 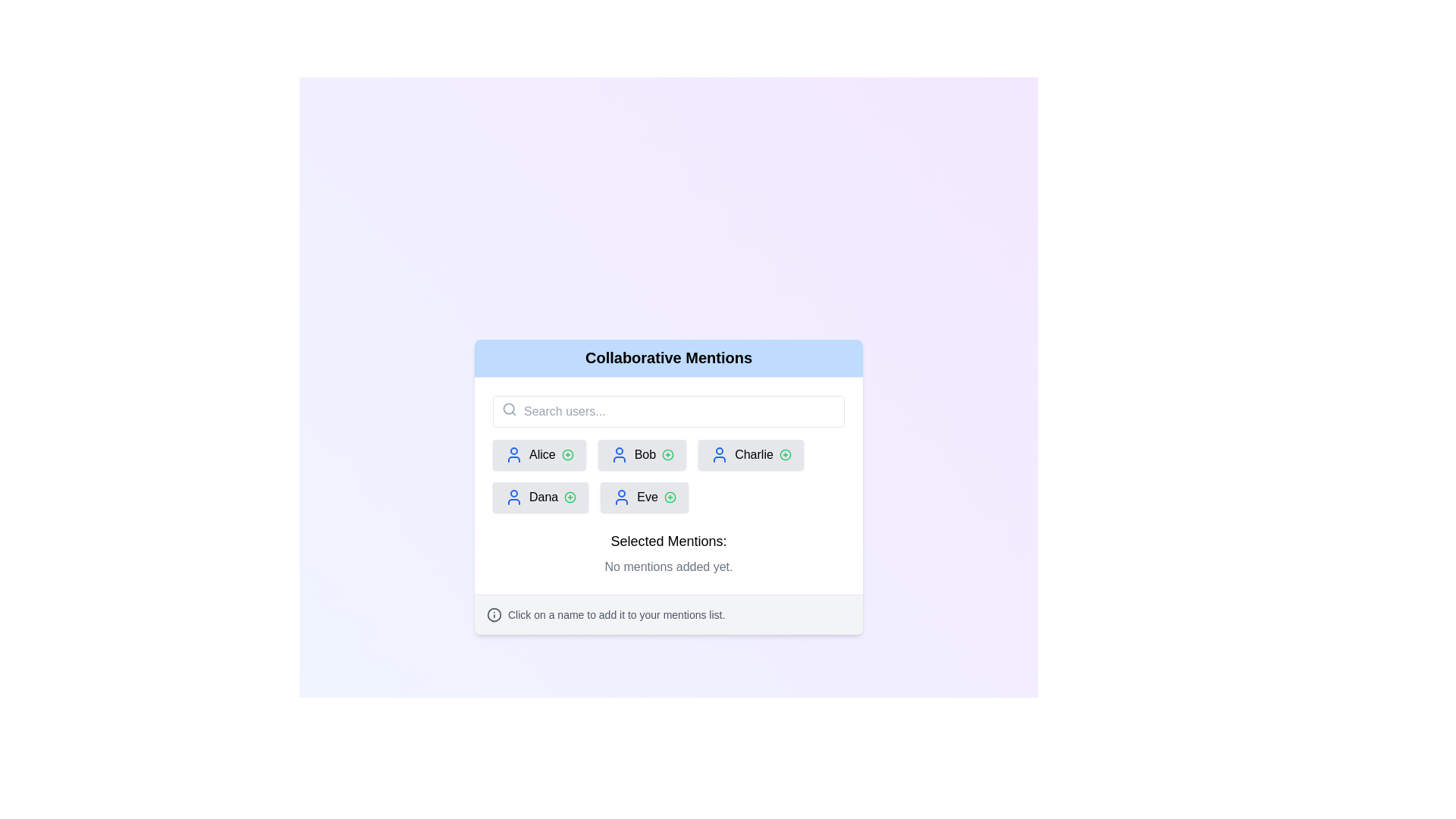 What do you see at coordinates (510, 408) in the screenshot?
I see `the decorative magnifying glass icon indicating search, located at the top-left corner of the text input field` at bounding box center [510, 408].